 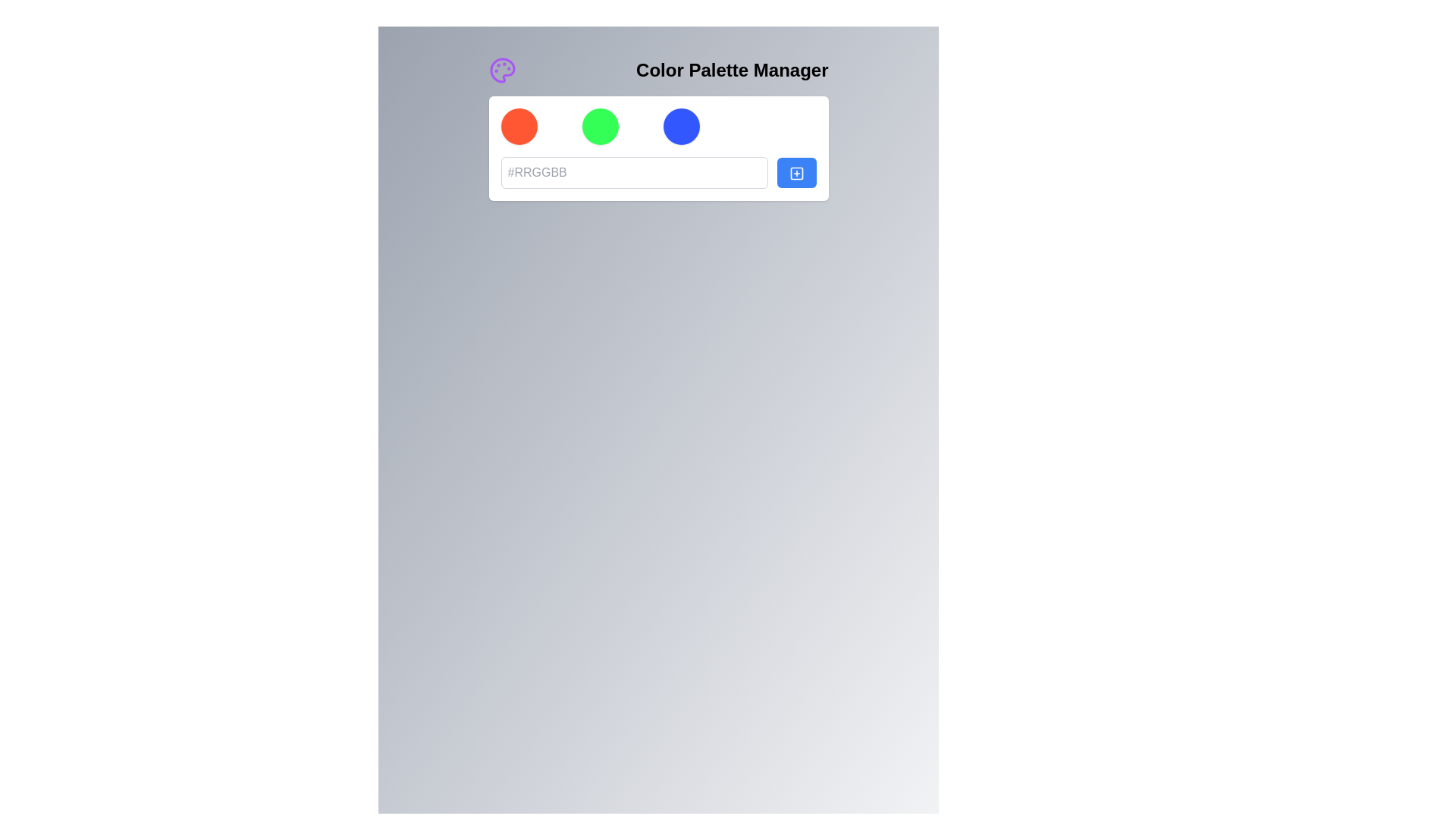 What do you see at coordinates (502, 70) in the screenshot?
I see `the color palette icon located at the top-left corner of the interface, near the 'Color Palette Manager' header` at bounding box center [502, 70].